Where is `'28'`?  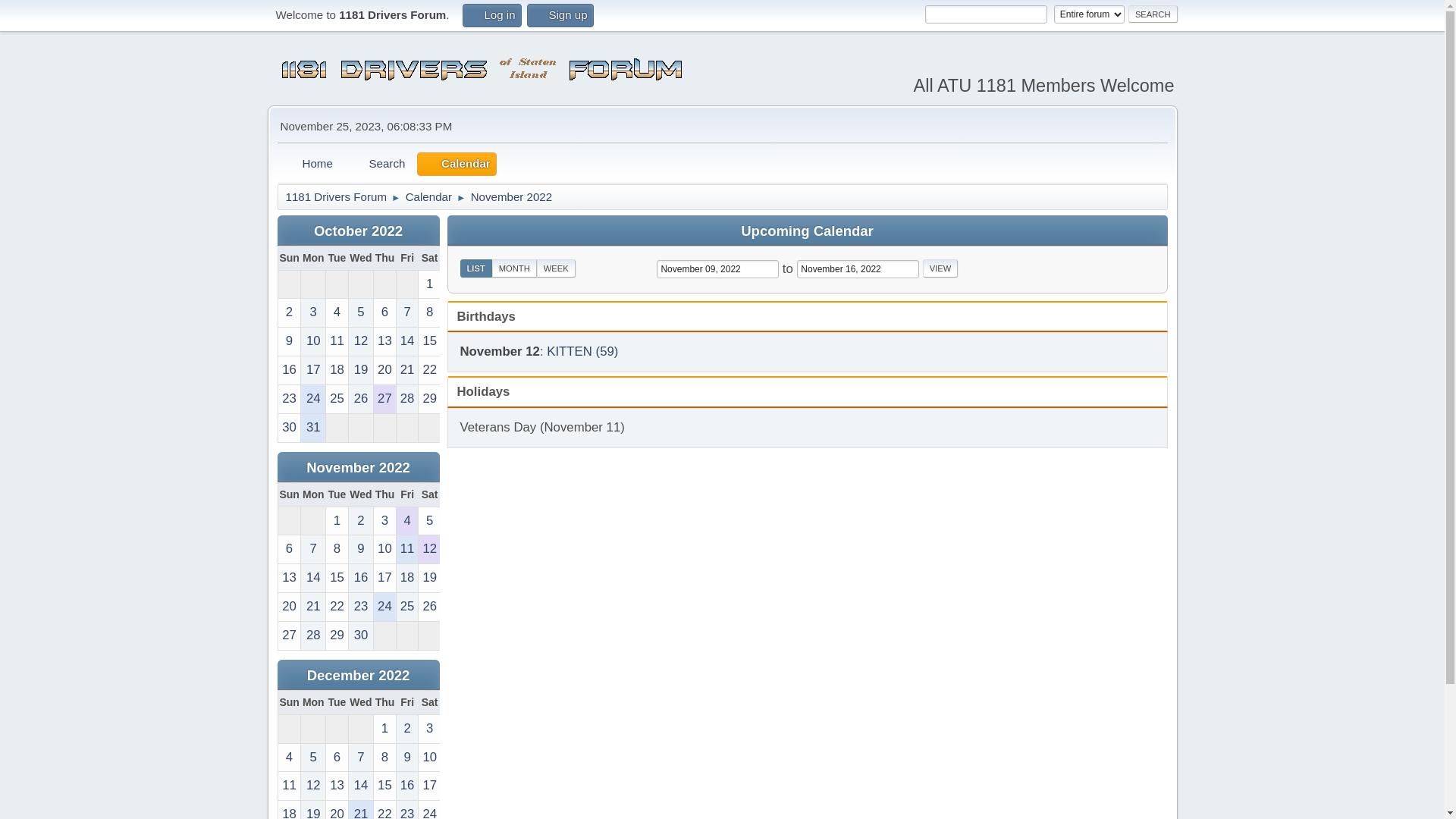
'28' is located at coordinates (301, 635).